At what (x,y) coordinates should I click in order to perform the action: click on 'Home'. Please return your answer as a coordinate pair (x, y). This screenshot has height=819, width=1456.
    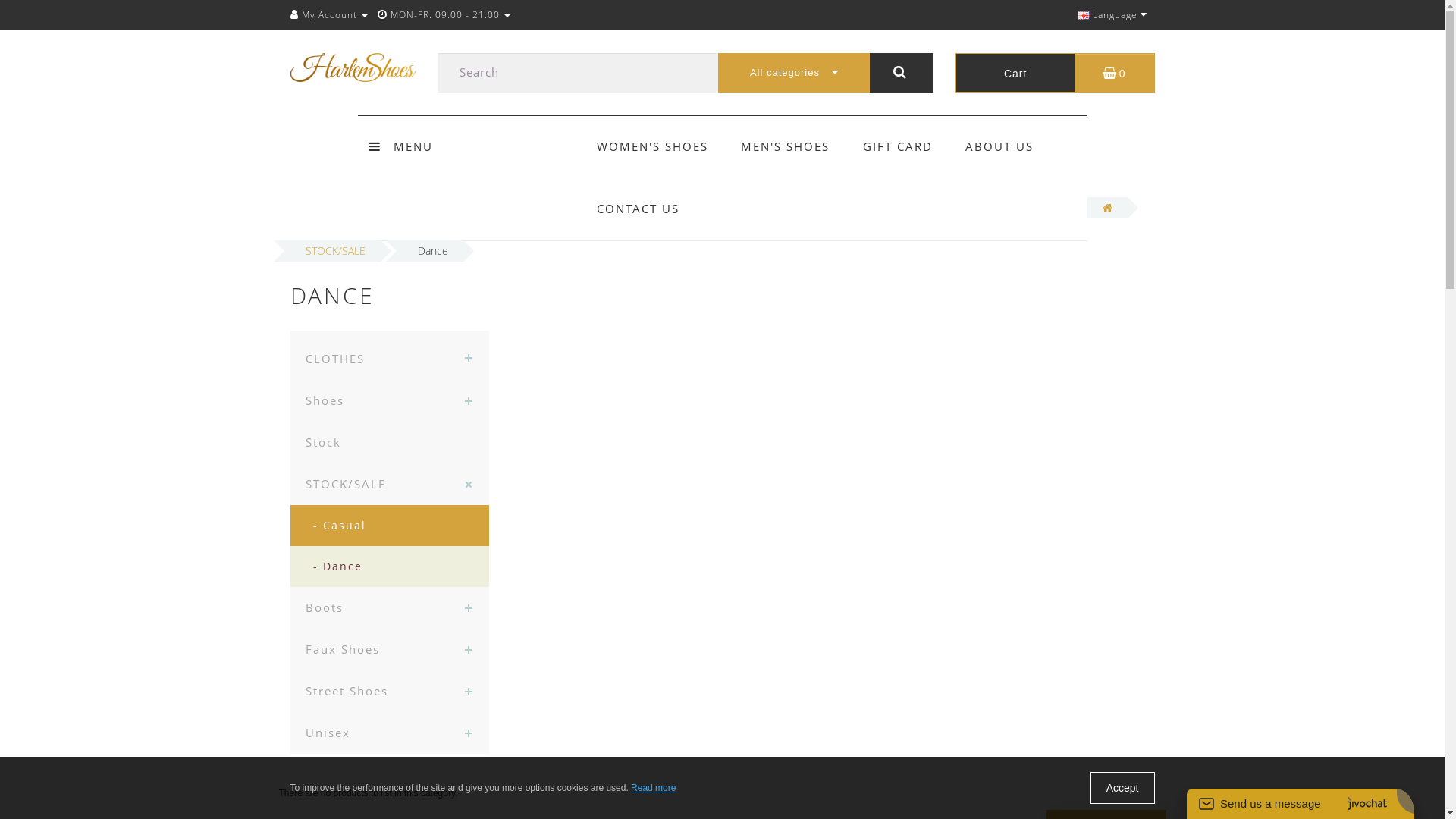
    Looking at the image, I should click on (1107, 207).